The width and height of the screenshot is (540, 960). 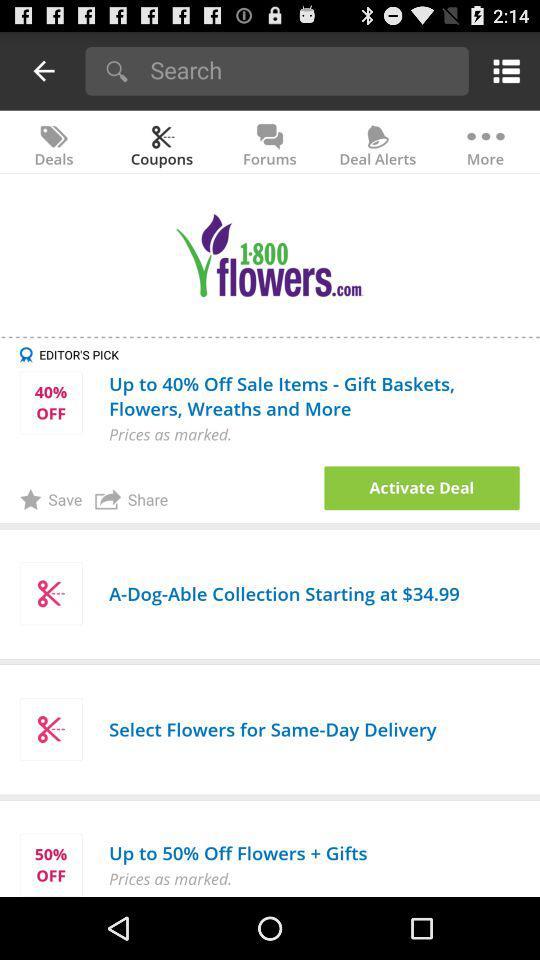 What do you see at coordinates (271, 728) in the screenshot?
I see `the select flowers for item` at bounding box center [271, 728].